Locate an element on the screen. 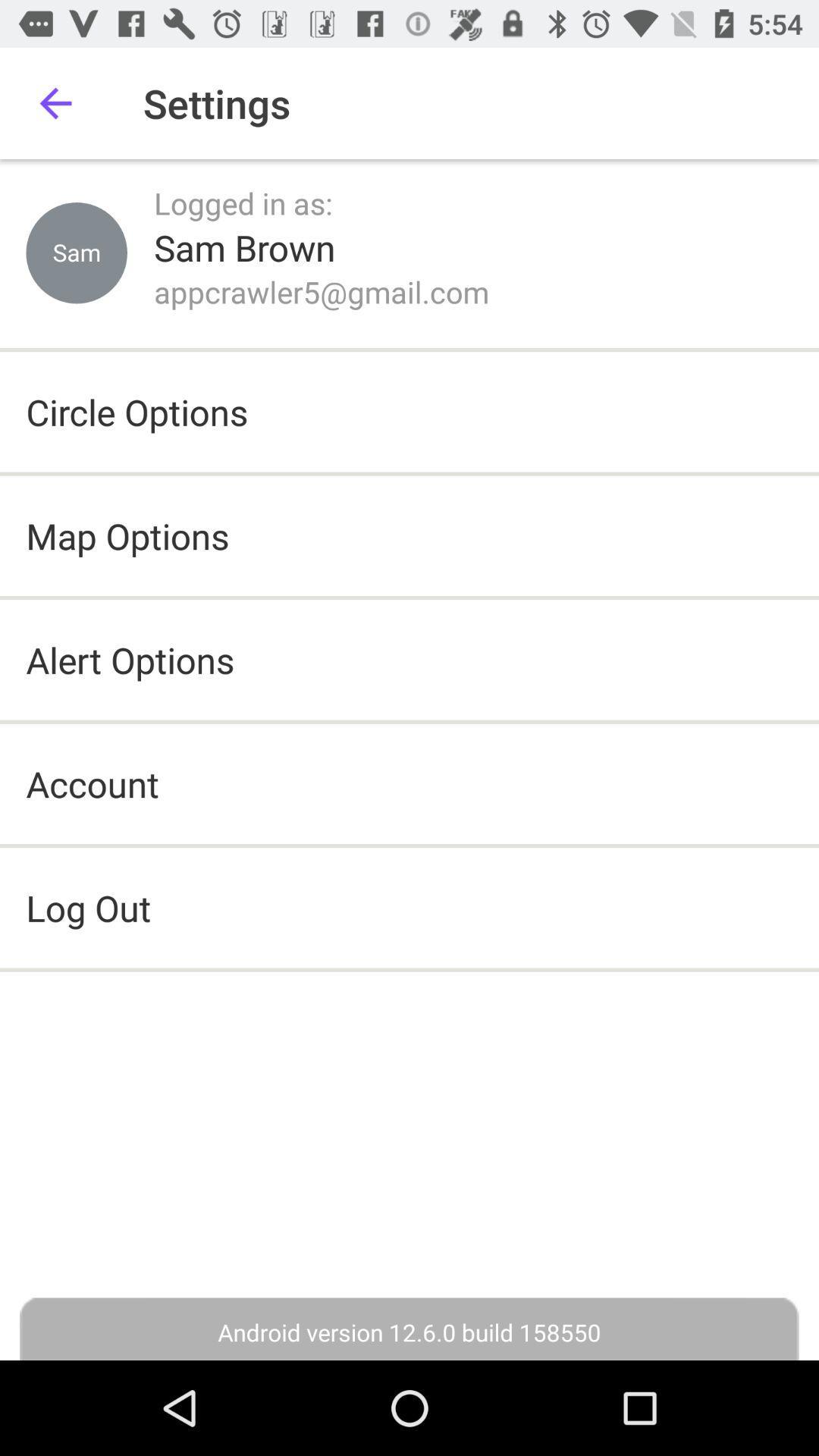 Image resolution: width=819 pixels, height=1456 pixels. the log out icon is located at coordinates (409, 908).